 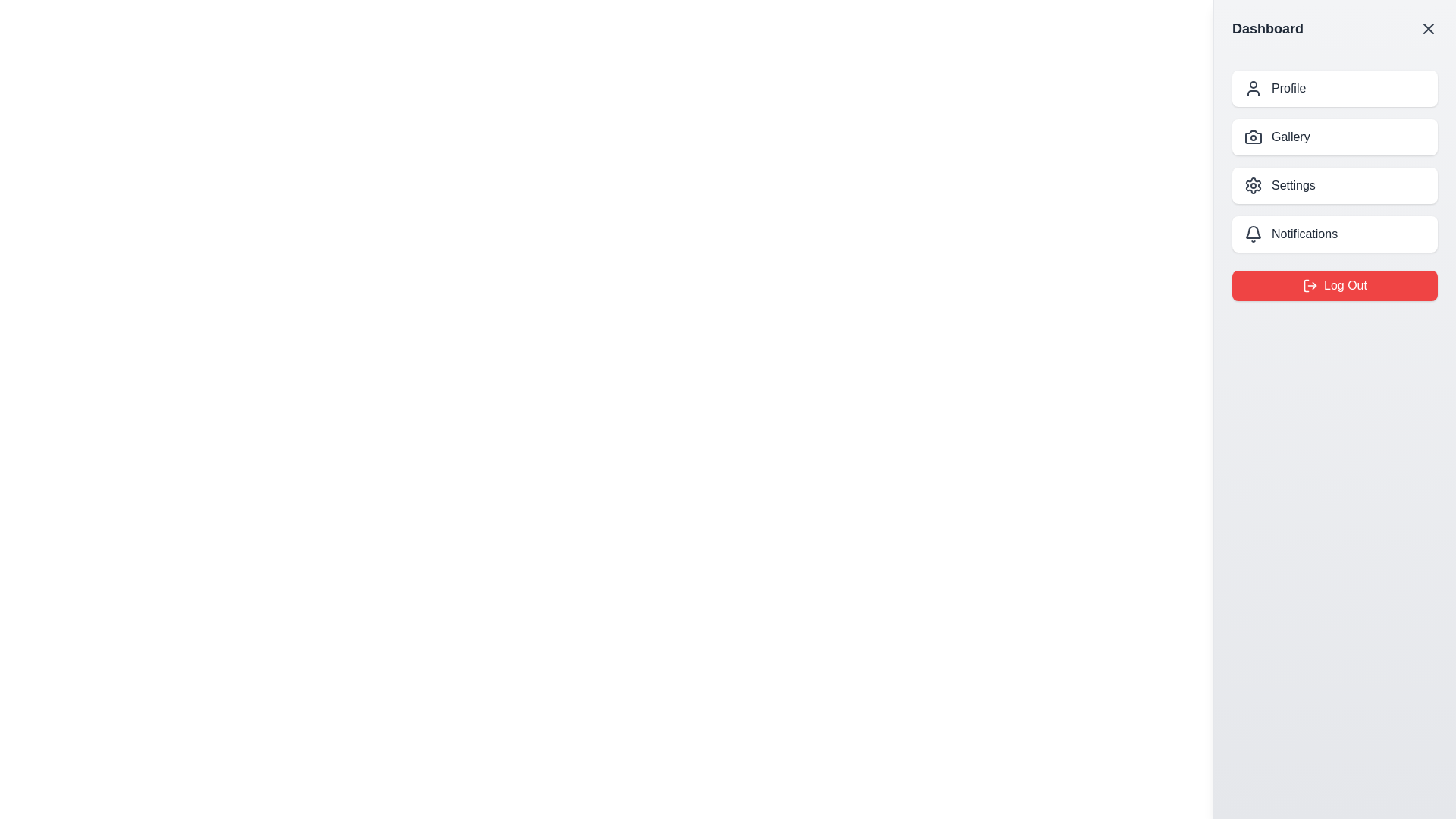 I want to click on the leading icon of the 'Log Out' button, so click(x=1310, y=286).